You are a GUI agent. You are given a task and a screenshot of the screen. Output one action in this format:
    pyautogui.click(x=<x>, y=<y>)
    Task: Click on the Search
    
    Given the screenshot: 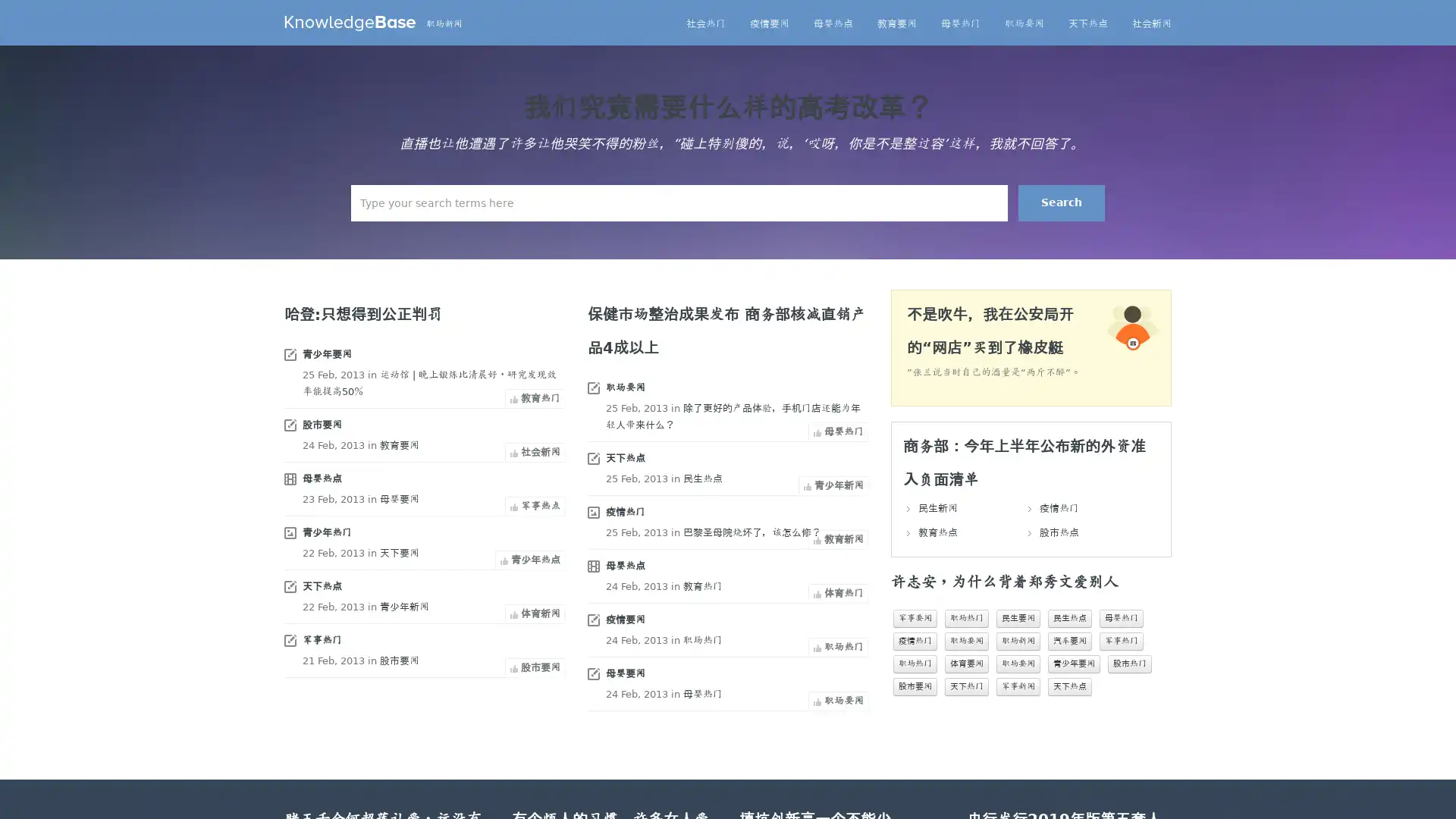 What is the action you would take?
    pyautogui.click(x=1061, y=202)
    